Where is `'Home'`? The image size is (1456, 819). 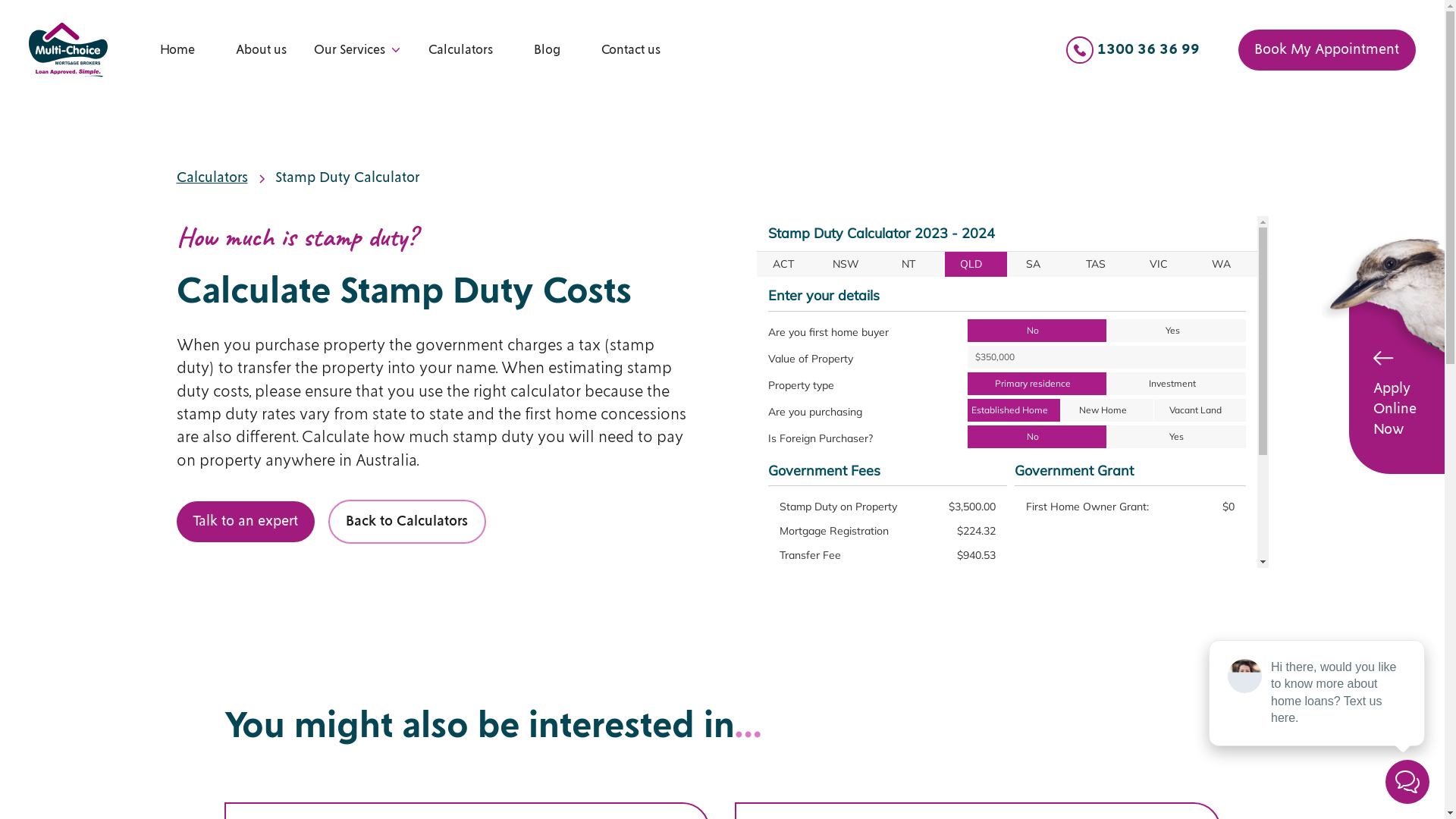 'Home' is located at coordinates (160, 49).